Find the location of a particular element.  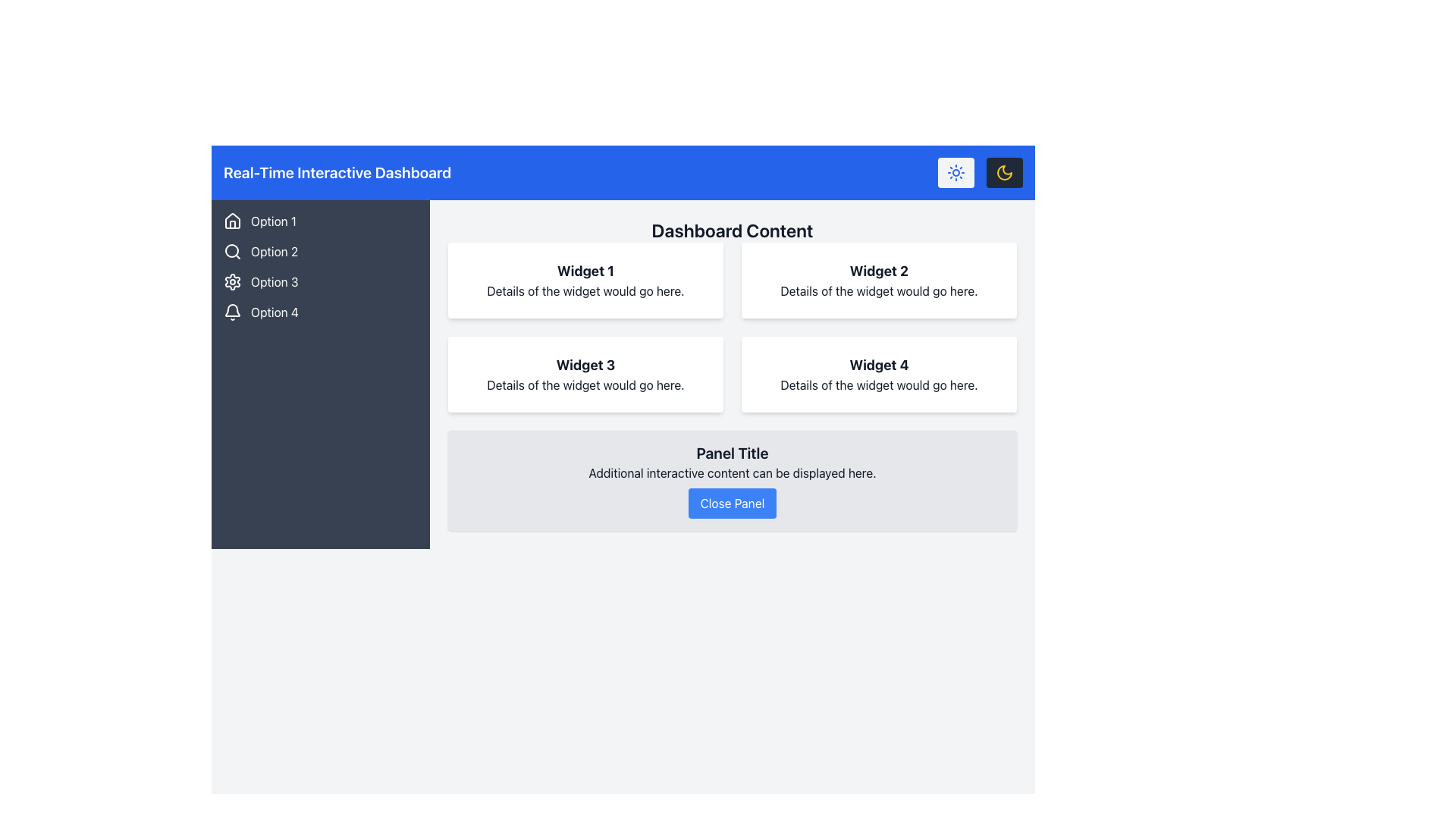

the first vector graphic icon in the vertical navigation sidebar, which serves as a navigation link to the 'Home' or main dashboard section of the application is located at coordinates (232, 220).